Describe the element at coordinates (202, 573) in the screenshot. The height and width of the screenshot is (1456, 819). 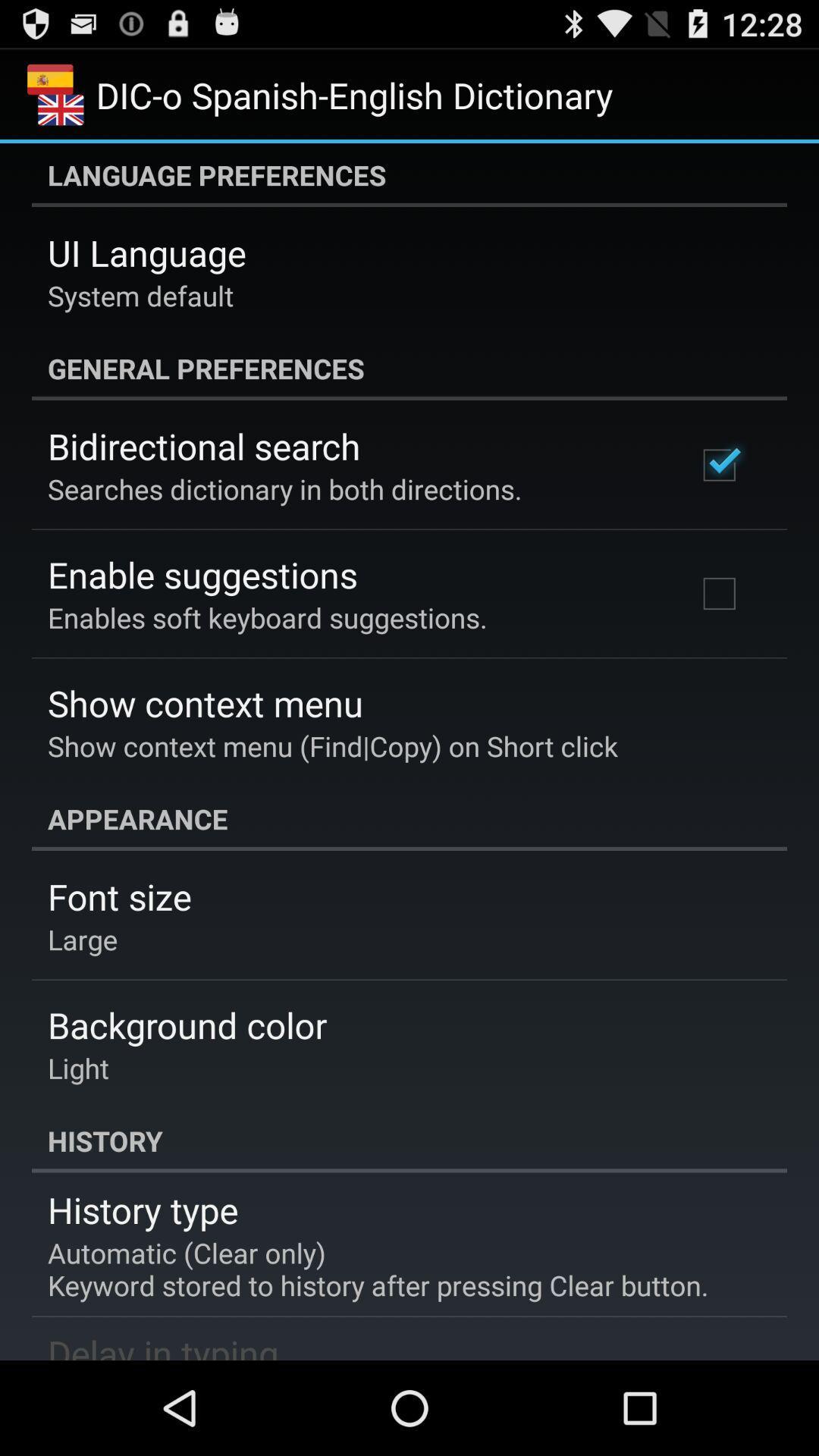
I see `the app below the searches dictionary in app` at that location.